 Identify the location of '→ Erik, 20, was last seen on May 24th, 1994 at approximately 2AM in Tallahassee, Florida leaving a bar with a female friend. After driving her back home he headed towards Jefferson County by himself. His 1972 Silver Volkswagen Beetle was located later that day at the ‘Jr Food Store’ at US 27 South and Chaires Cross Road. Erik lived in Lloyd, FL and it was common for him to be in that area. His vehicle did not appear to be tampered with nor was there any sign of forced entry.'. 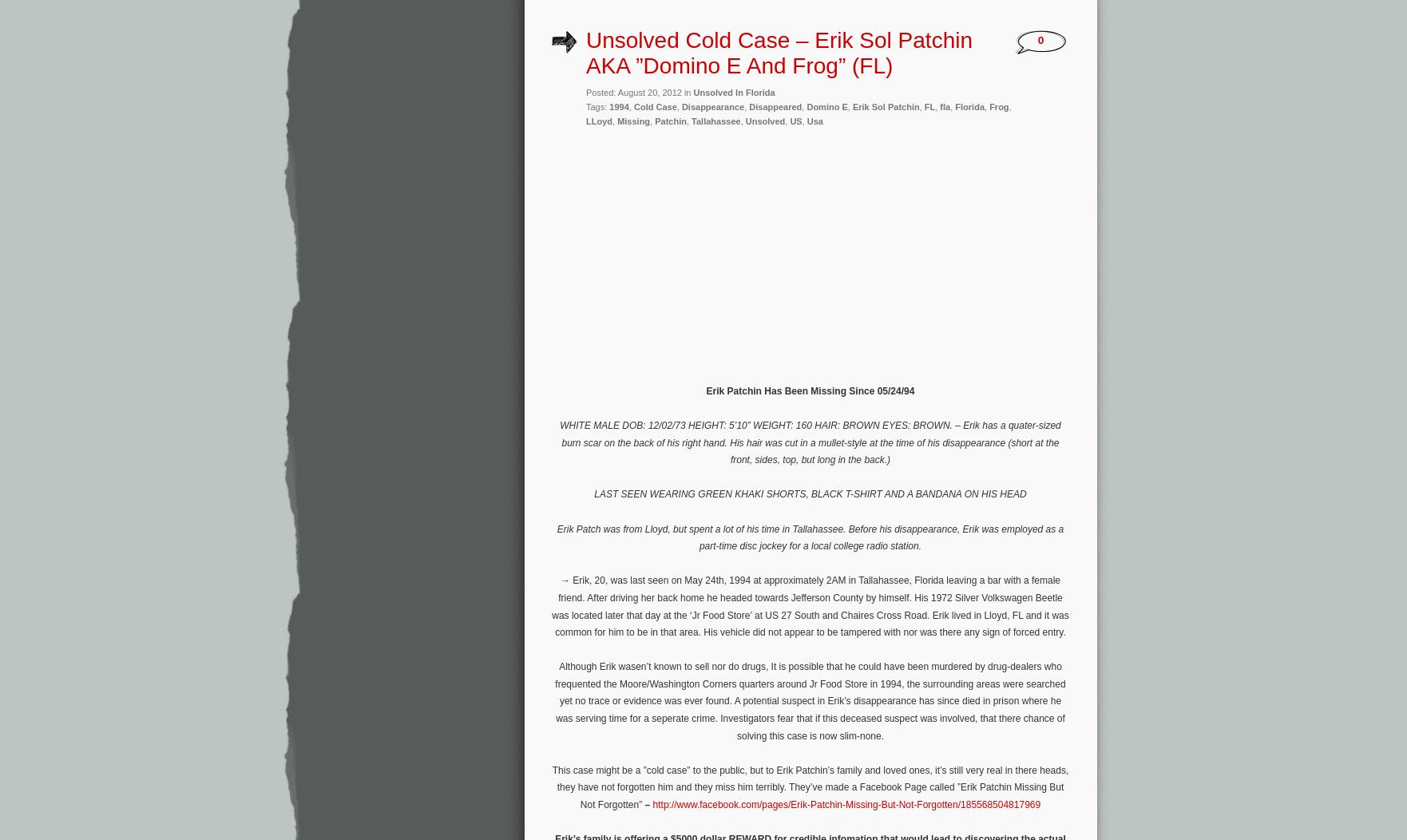
(810, 605).